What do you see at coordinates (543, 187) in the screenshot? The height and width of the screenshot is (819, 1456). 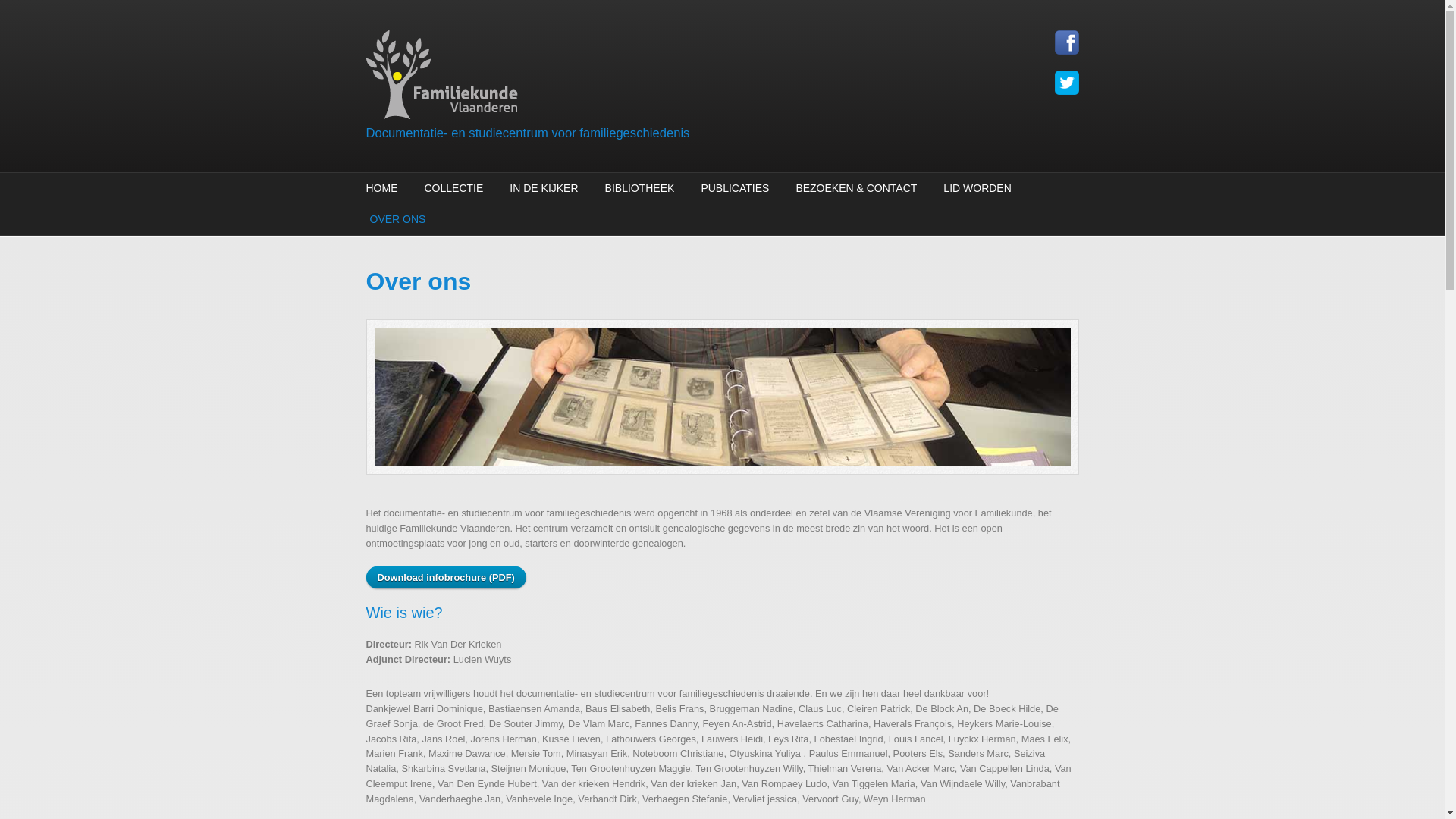 I see `'IN DE KIJKER'` at bounding box center [543, 187].